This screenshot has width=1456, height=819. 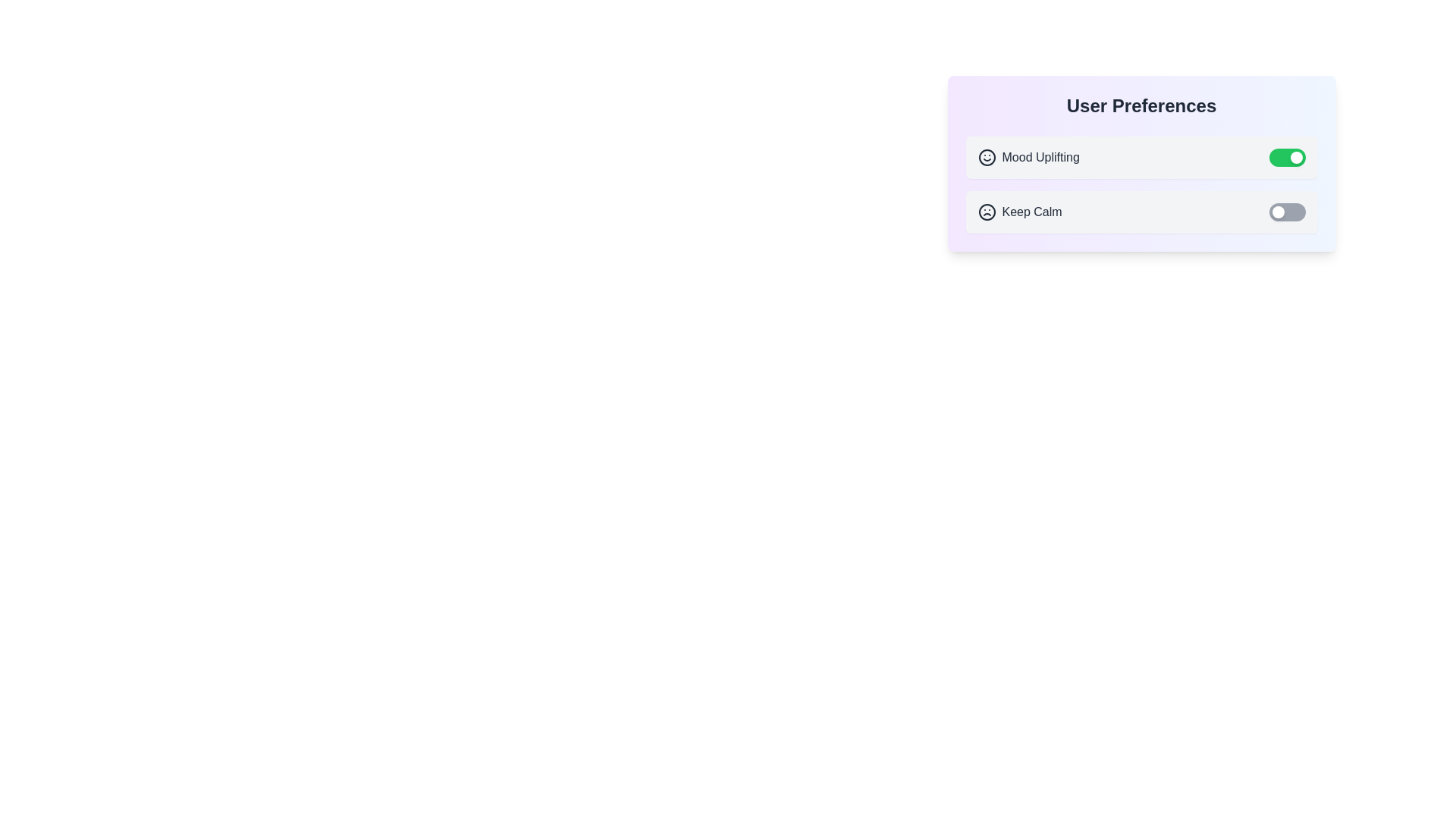 What do you see at coordinates (1295, 158) in the screenshot?
I see `the toggle handle of the 'Mood Uplifting' switch from its current position` at bounding box center [1295, 158].